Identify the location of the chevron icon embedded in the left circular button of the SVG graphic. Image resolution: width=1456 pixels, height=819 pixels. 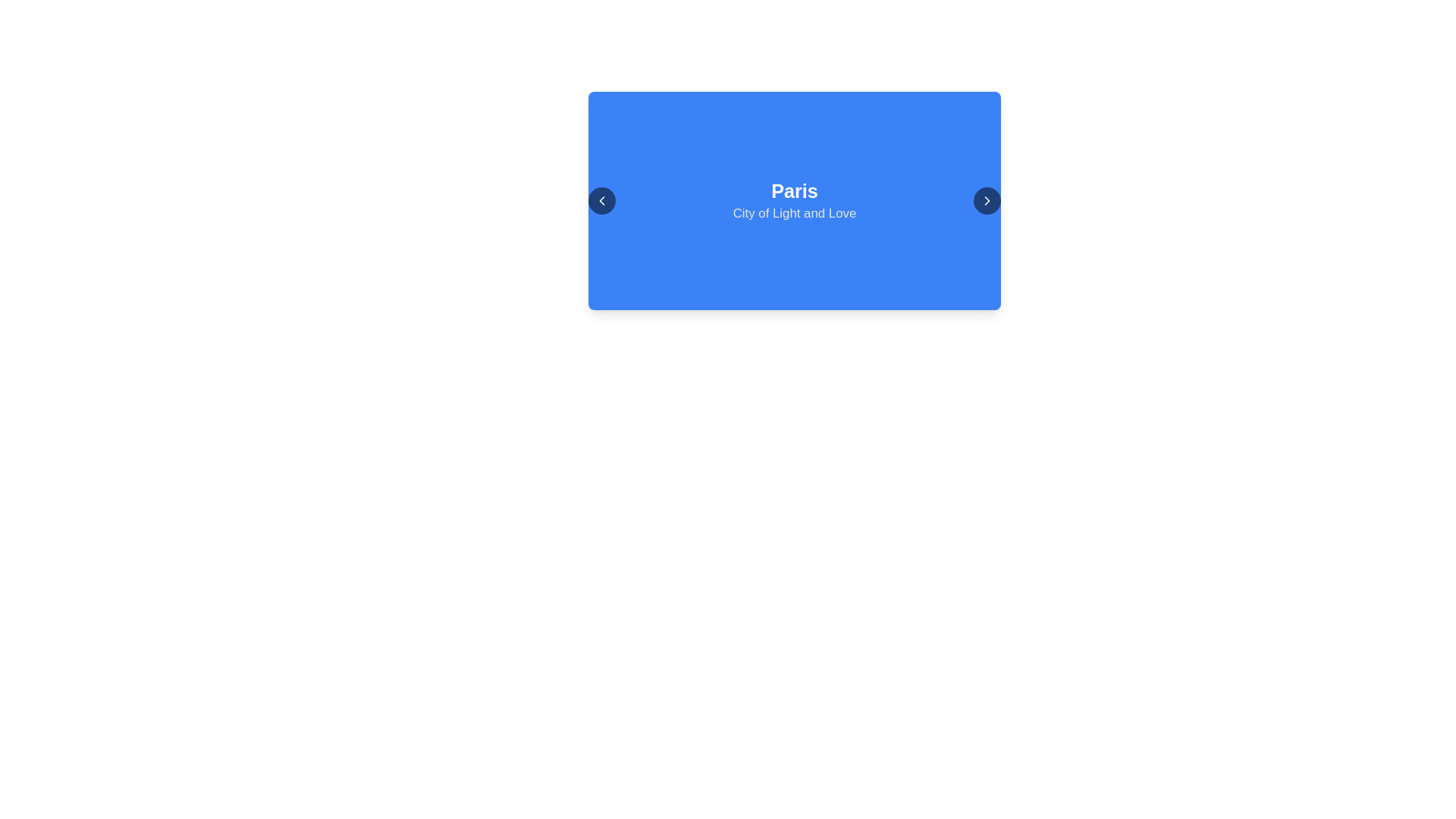
(601, 200).